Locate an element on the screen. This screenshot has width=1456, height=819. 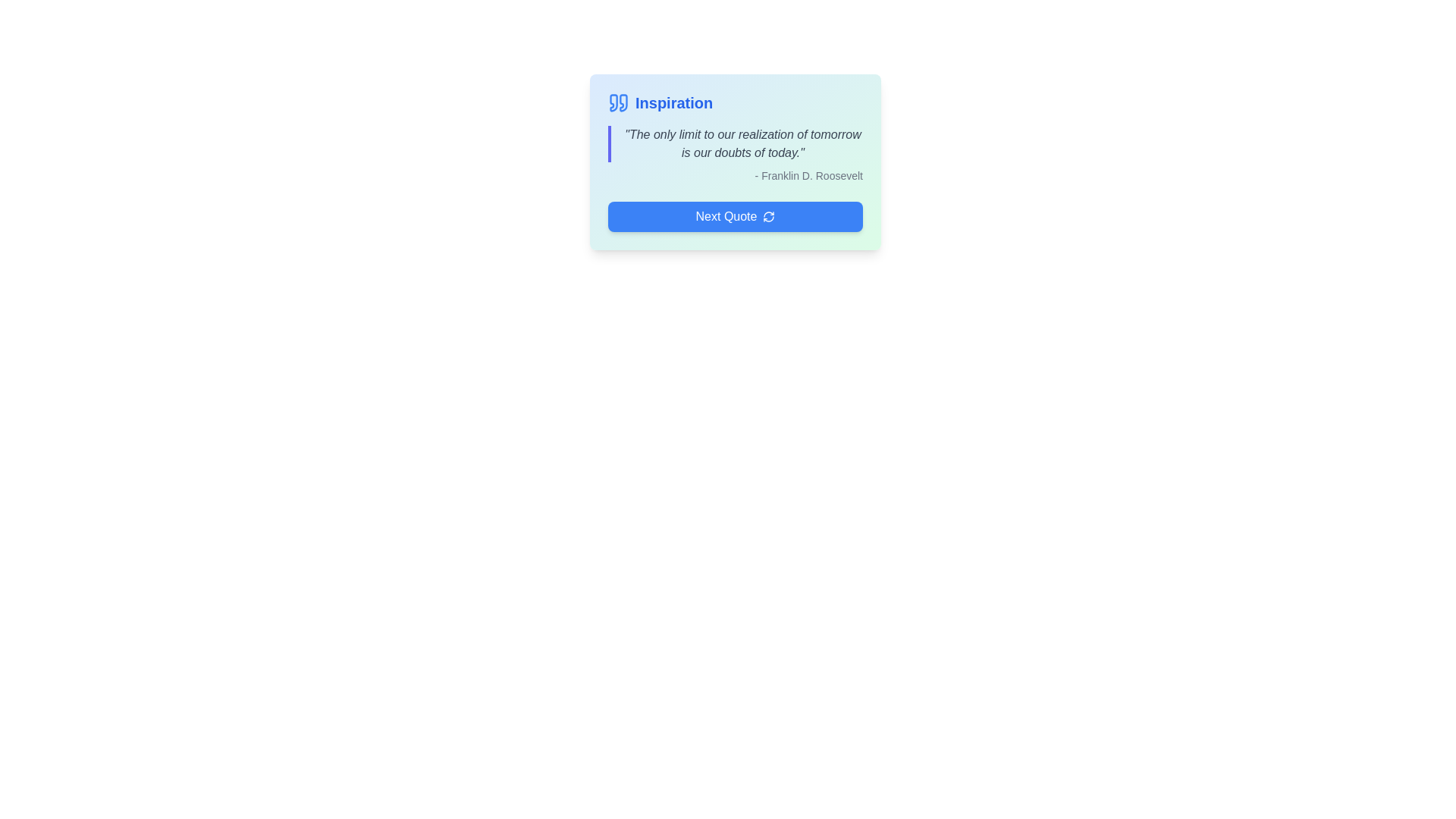
the reload or refresh icon located to the right of the 'Next Quote' text inside the blue rounded button at the bottom of the card layout is located at coordinates (769, 216).